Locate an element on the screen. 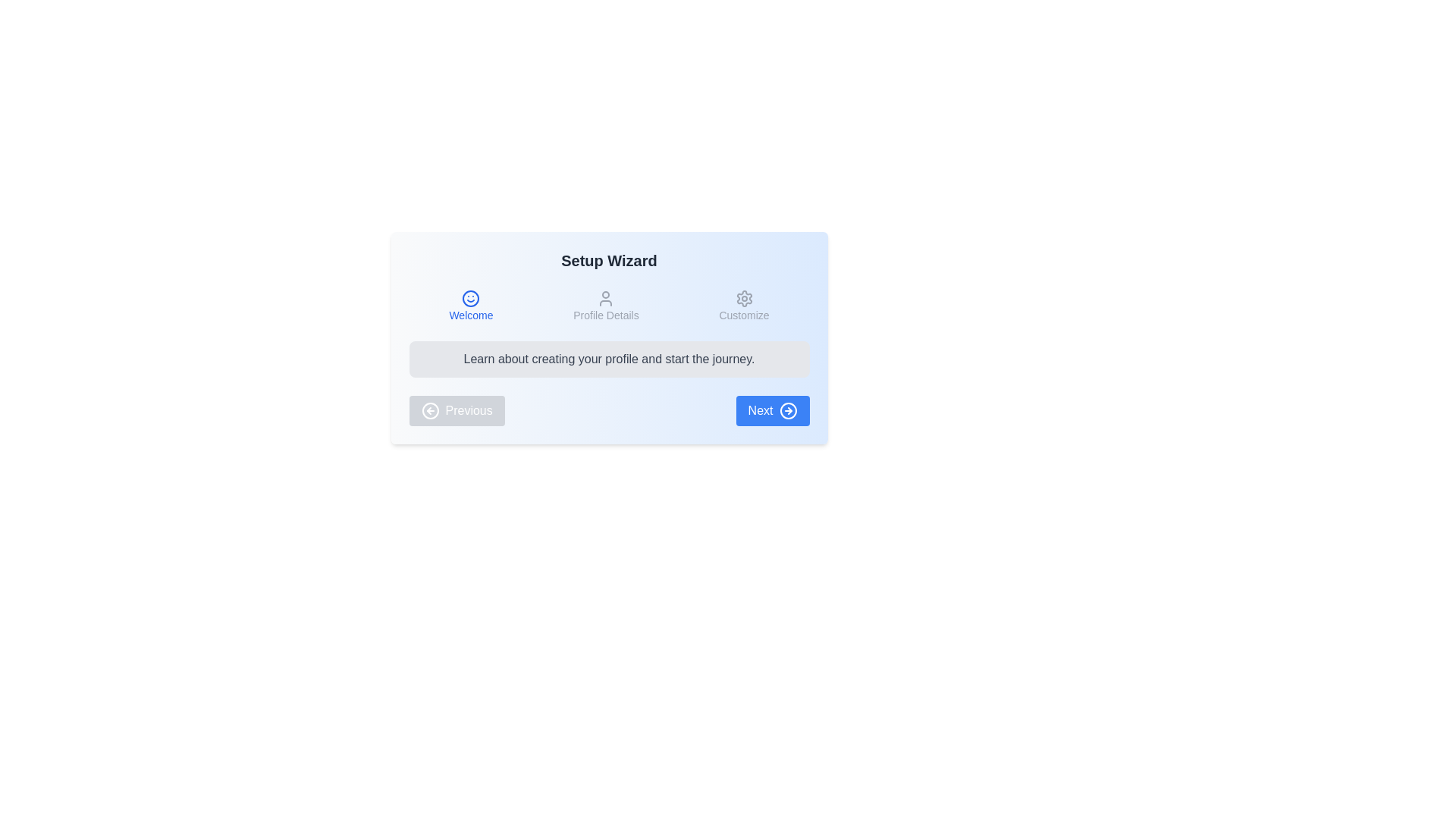 The image size is (1456, 819). the text label displaying 'Learn about creating your profile and start the journey.' which is centrally aligned and located towards the bottom of the interactive setup wizard interface is located at coordinates (609, 359).